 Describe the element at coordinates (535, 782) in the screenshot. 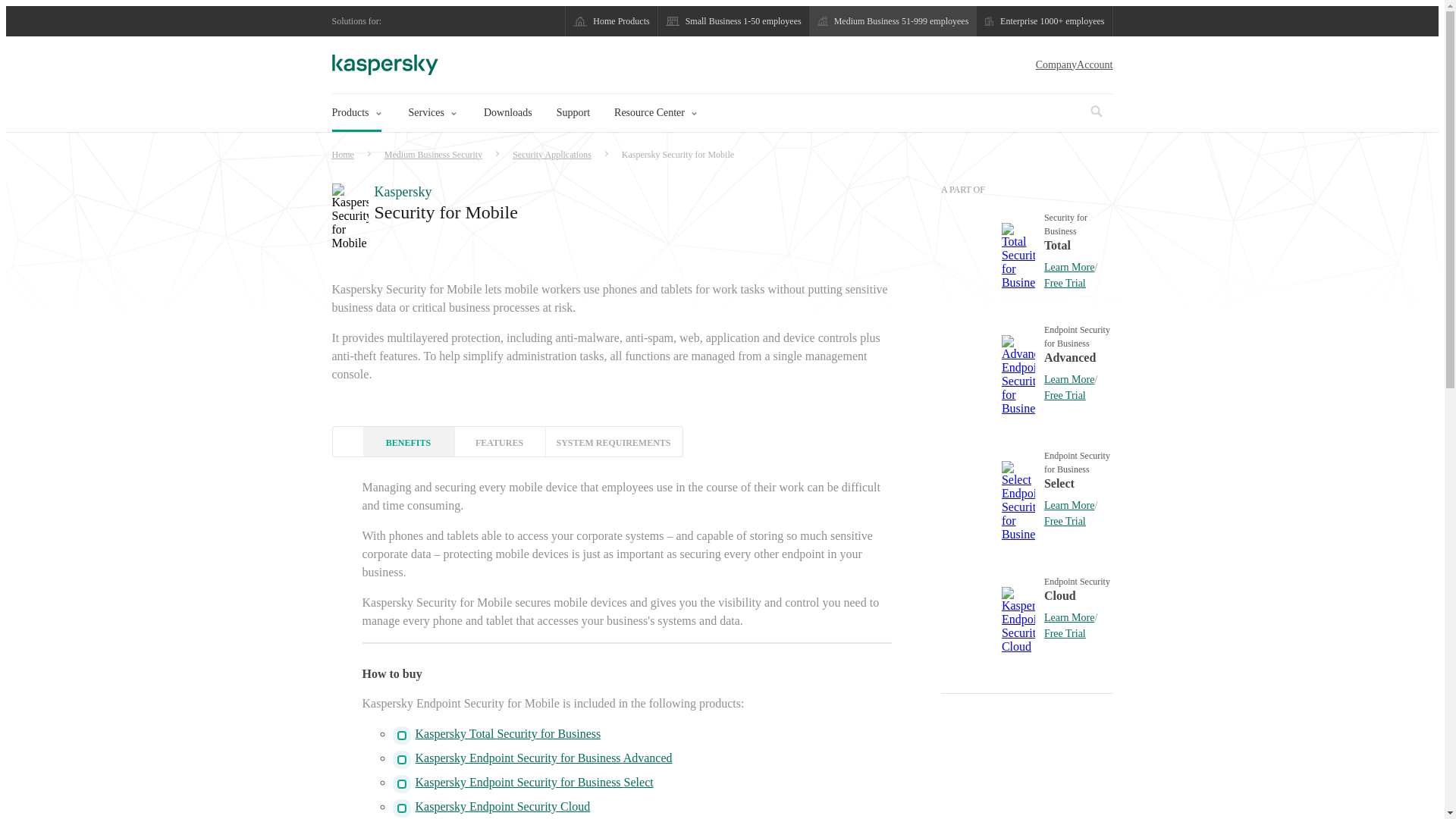

I see `'Kaspersky Endpoint Security for Business Select'` at that location.